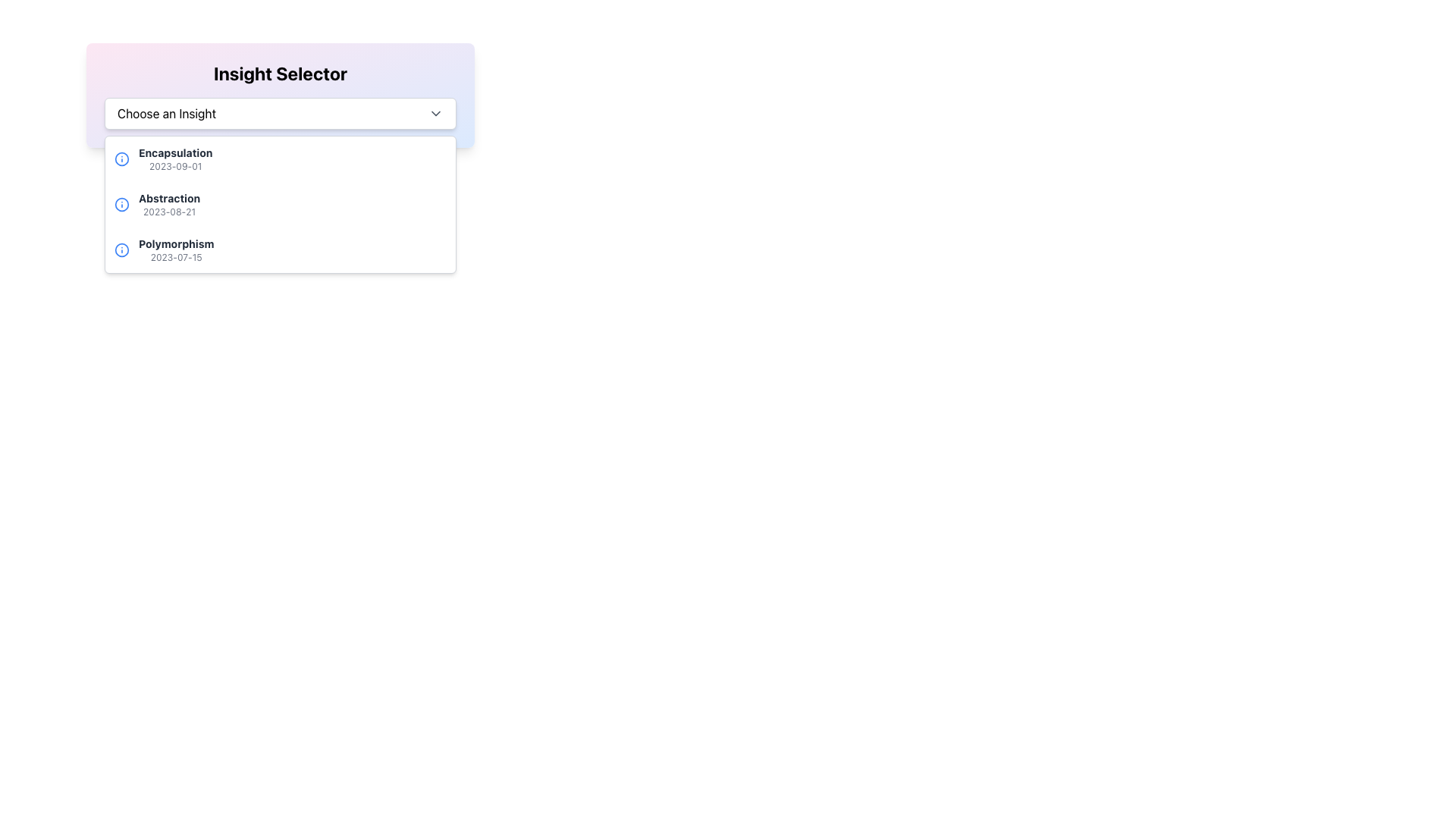 The width and height of the screenshot is (1456, 819). What do you see at coordinates (122, 205) in the screenshot?
I see `the informational/help icon located to the left of the 'Abstraction 2023-08-21' list item` at bounding box center [122, 205].